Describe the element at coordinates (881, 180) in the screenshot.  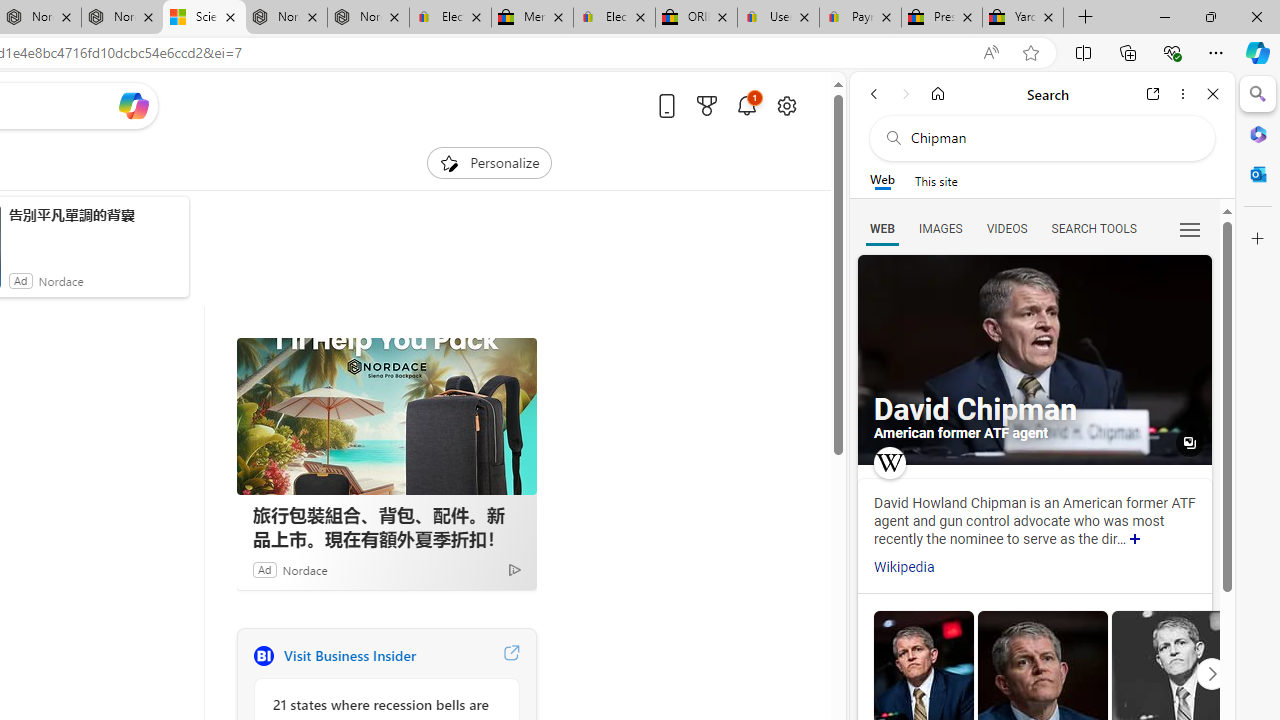
I see `'Web scope'` at that location.